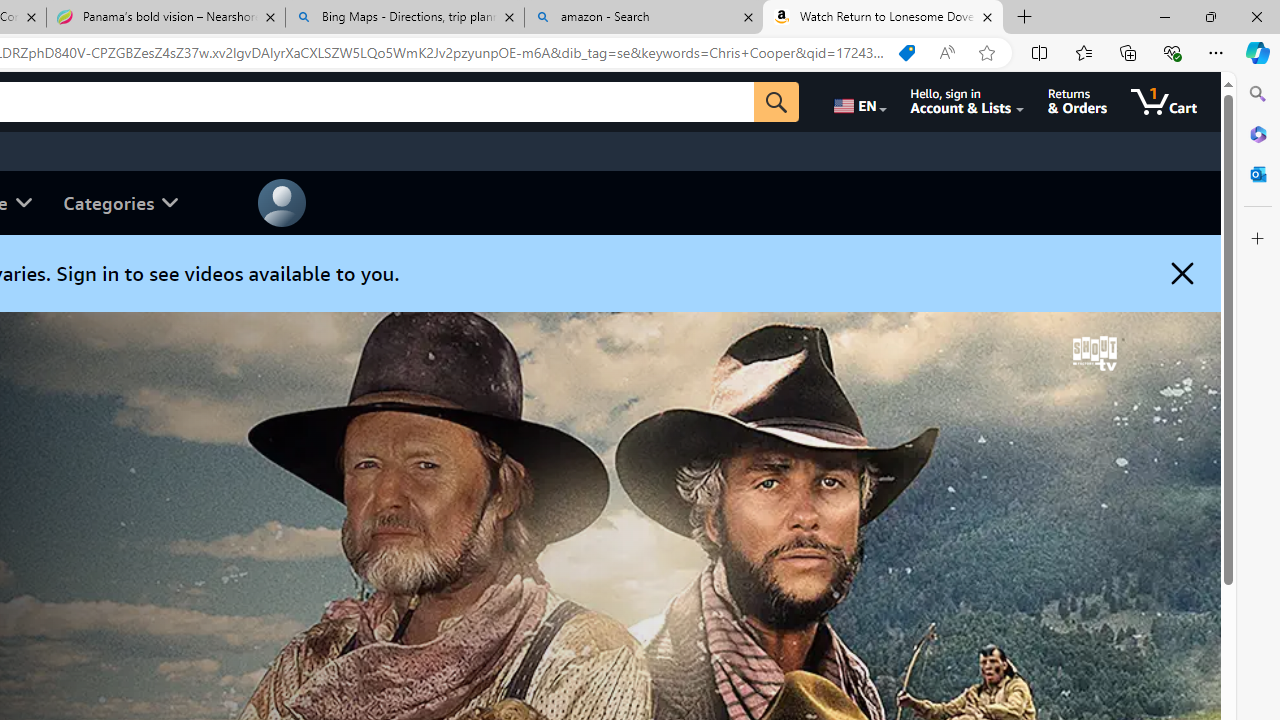 This screenshot has height=720, width=1280. What do you see at coordinates (882, 17) in the screenshot?
I see `'Watch Return to Lonesome Dove Season 1 | Prime Video'` at bounding box center [882, 17].